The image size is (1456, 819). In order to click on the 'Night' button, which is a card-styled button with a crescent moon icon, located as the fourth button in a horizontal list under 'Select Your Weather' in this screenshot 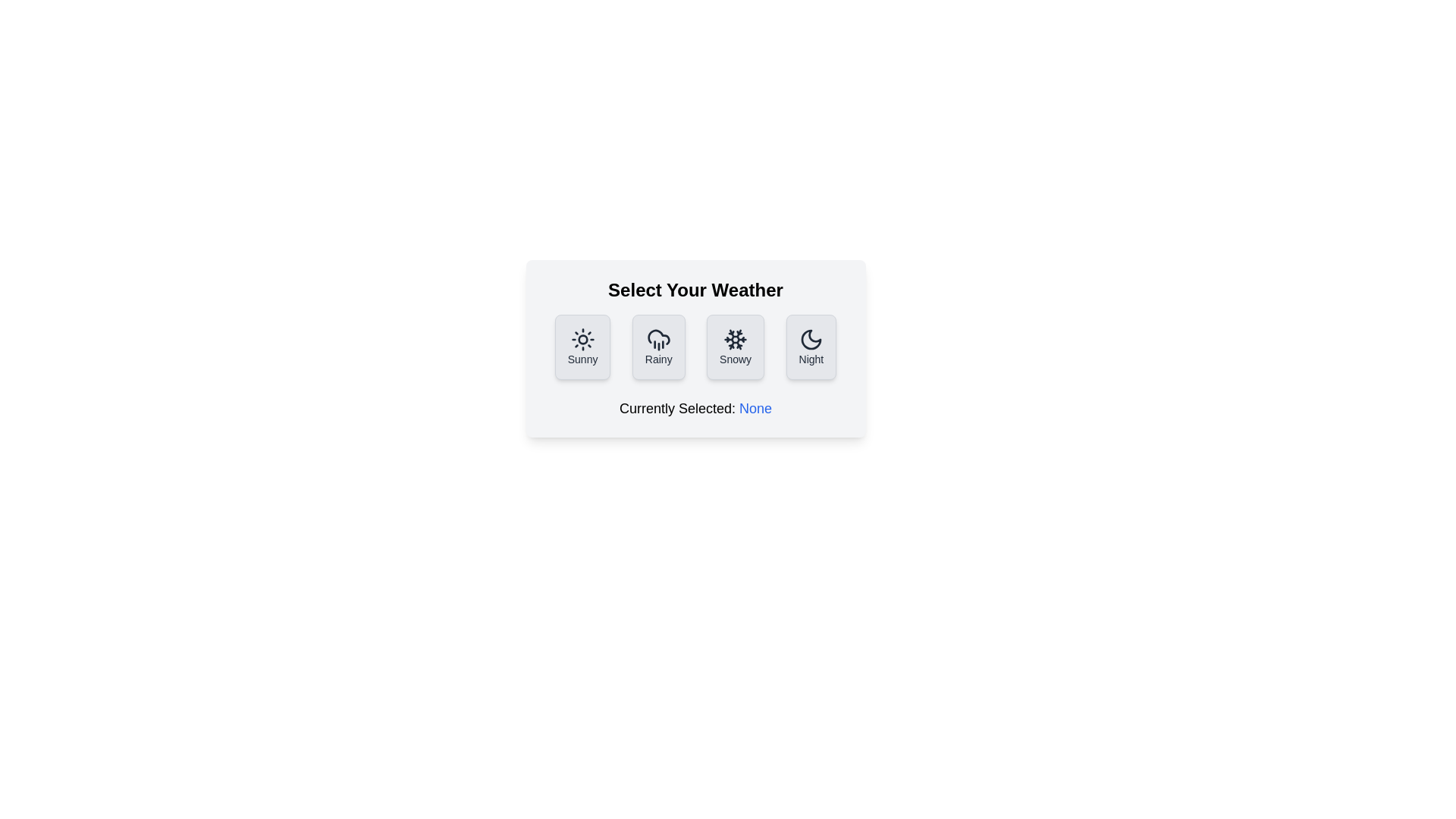, I will do `click(810, 347)`.